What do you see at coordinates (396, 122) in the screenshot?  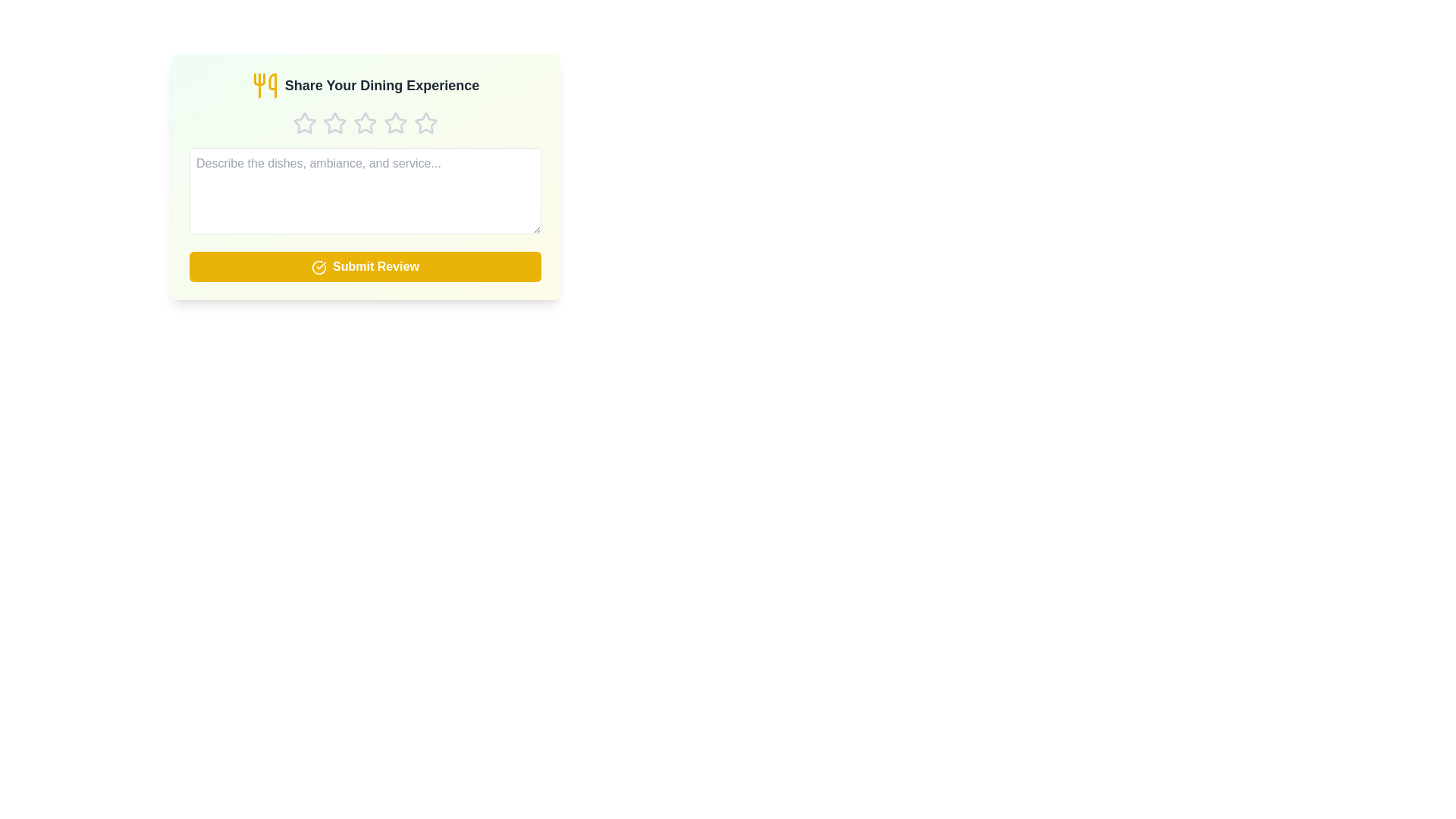 I see `the star corresponding to 4 stars to set the rating` at bounding box center [396, 122].